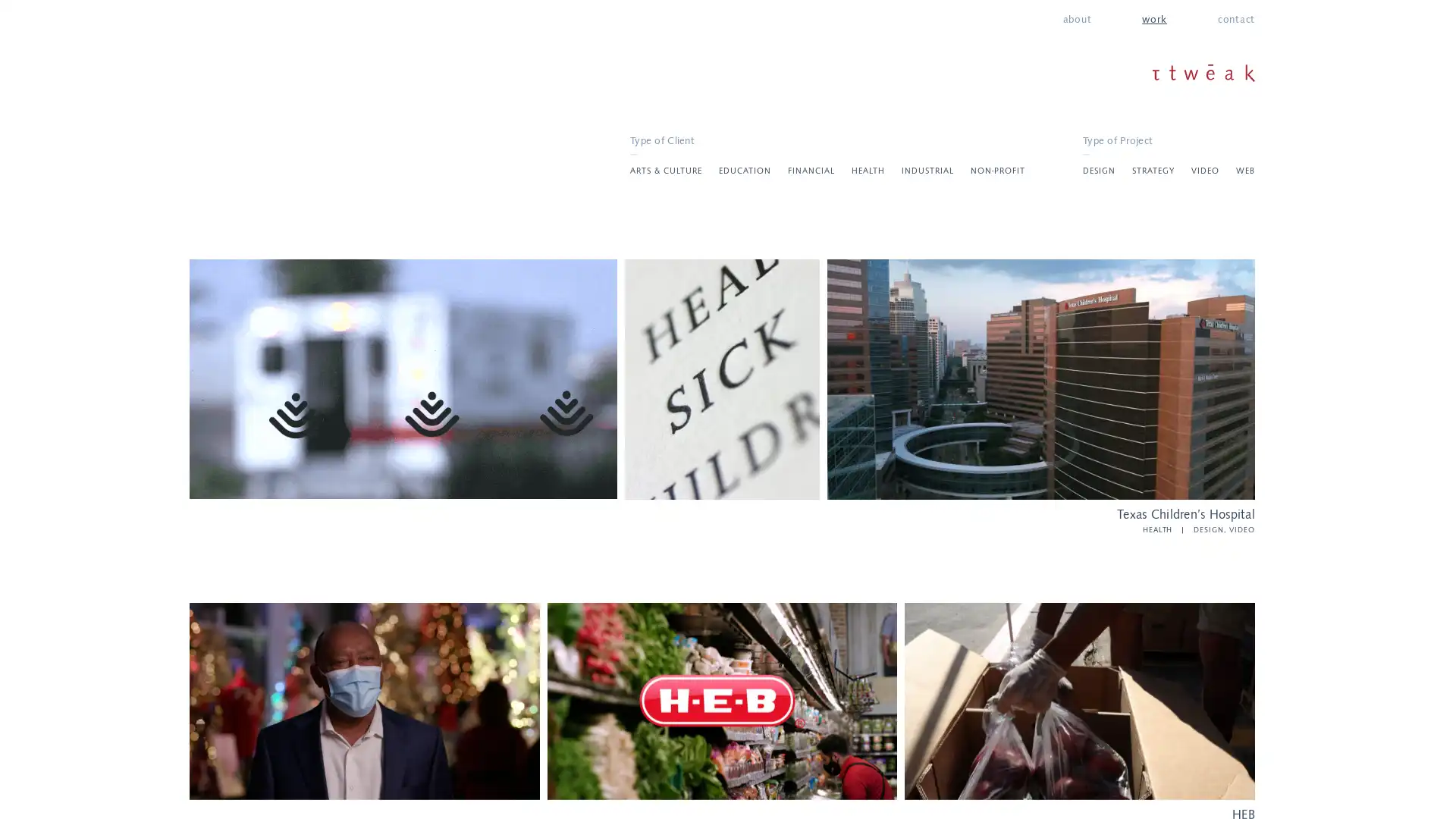 This screenshot has height=819, width=1456. What do you see at coordinates (997, 171) in the screenshot?
I see `NON-PROFIT` at bounding box center [997, 171].